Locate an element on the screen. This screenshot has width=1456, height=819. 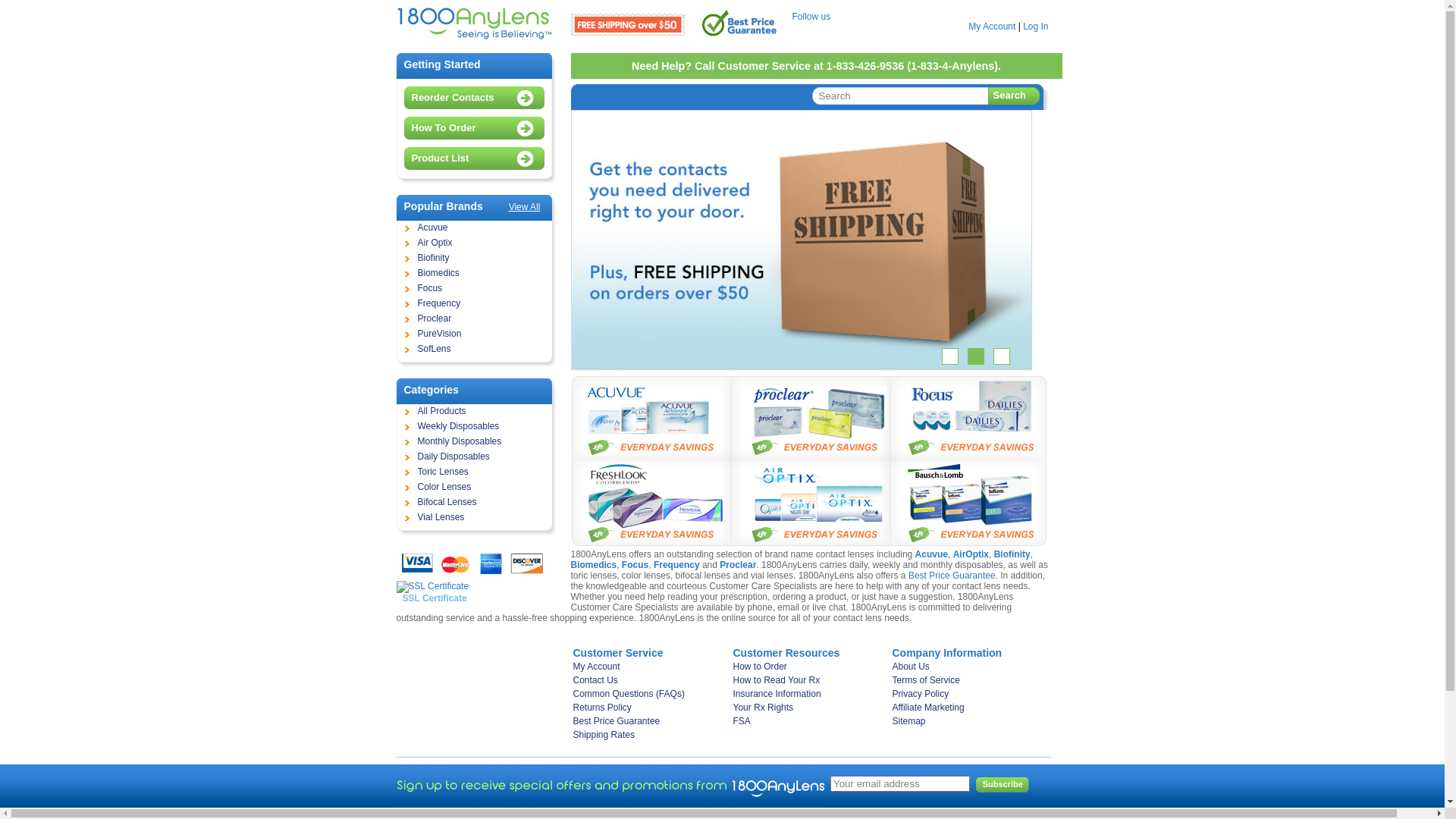
'Daily Disposables' is located at coordinates (473, 456).